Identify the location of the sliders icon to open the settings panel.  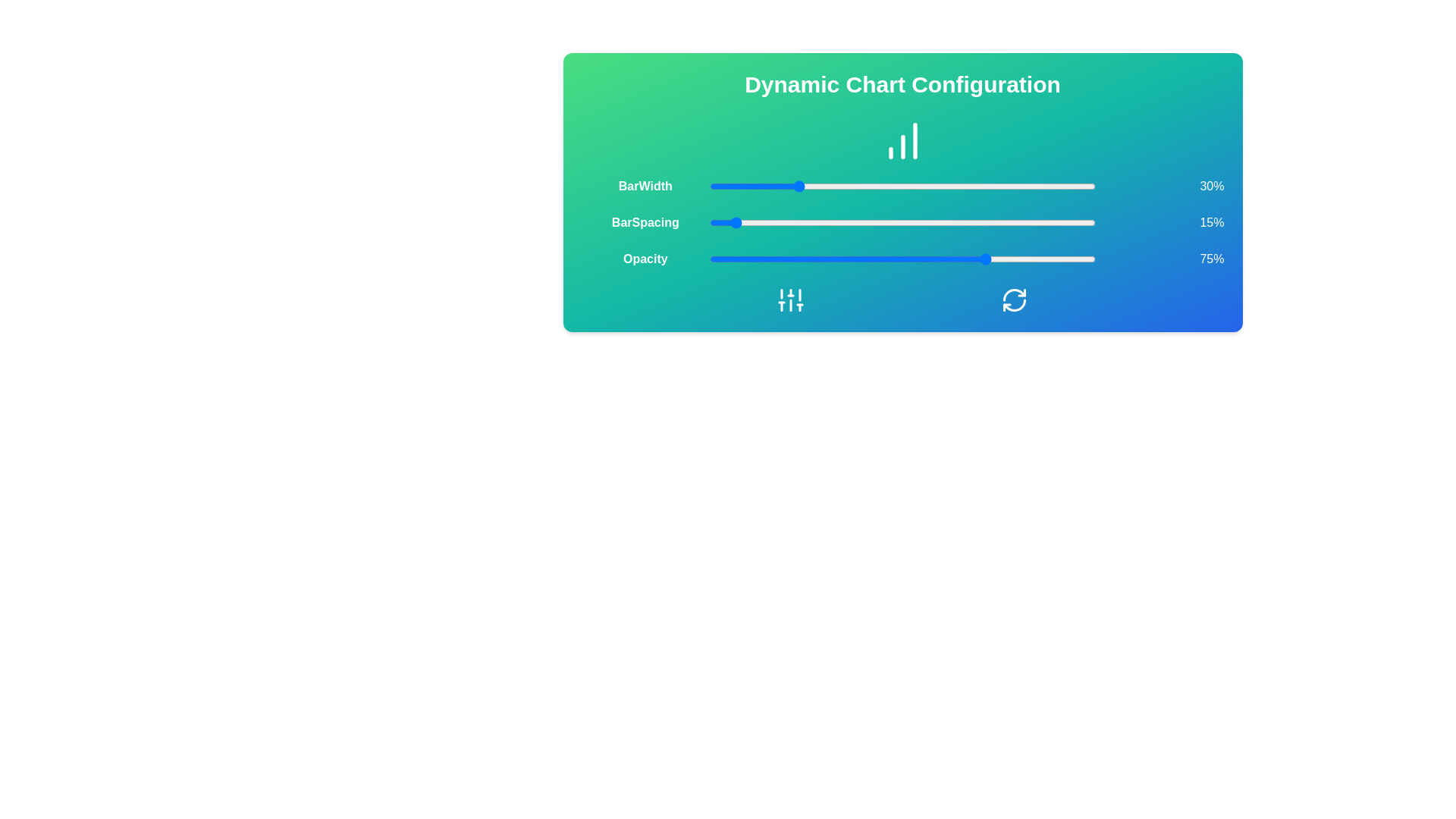
(789, 300).